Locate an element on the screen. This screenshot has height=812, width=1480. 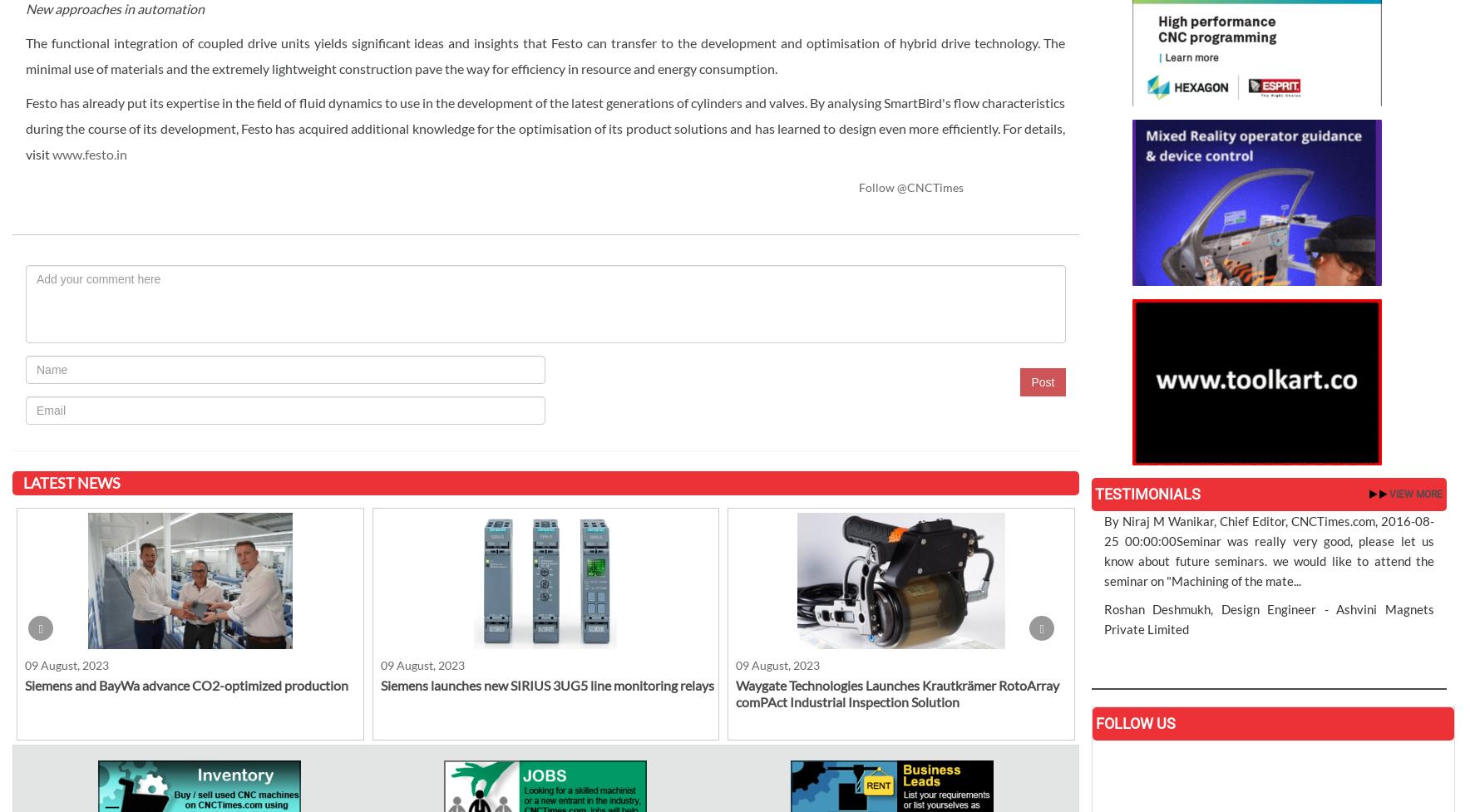
'New approaches in automation' is located at coordinates (114, 7).